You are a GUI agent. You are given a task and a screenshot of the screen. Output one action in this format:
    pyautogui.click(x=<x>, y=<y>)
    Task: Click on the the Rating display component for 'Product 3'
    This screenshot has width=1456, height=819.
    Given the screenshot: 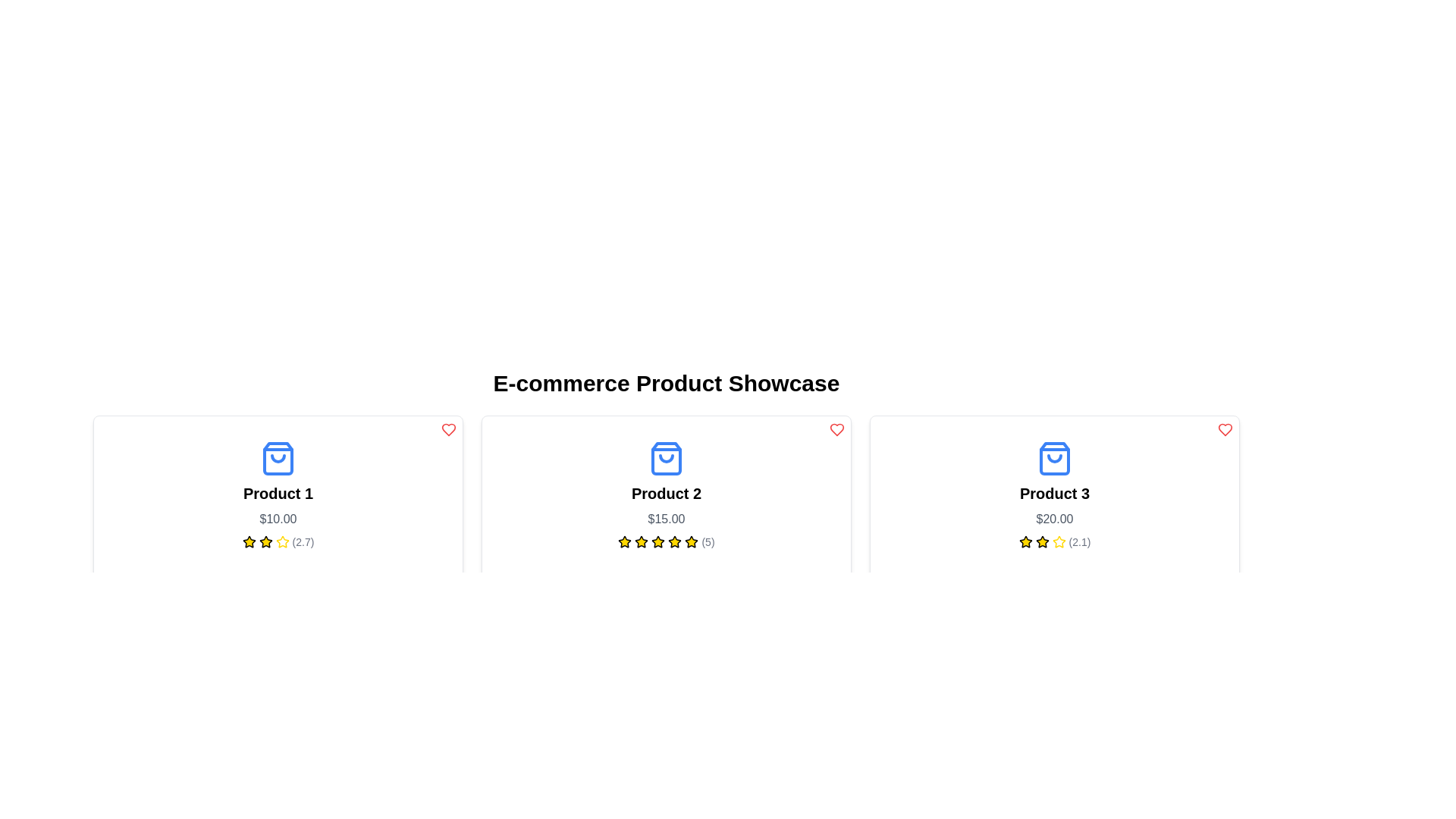 What is the action you would take?
    pyautogui.click(x=1054, y=541)
    